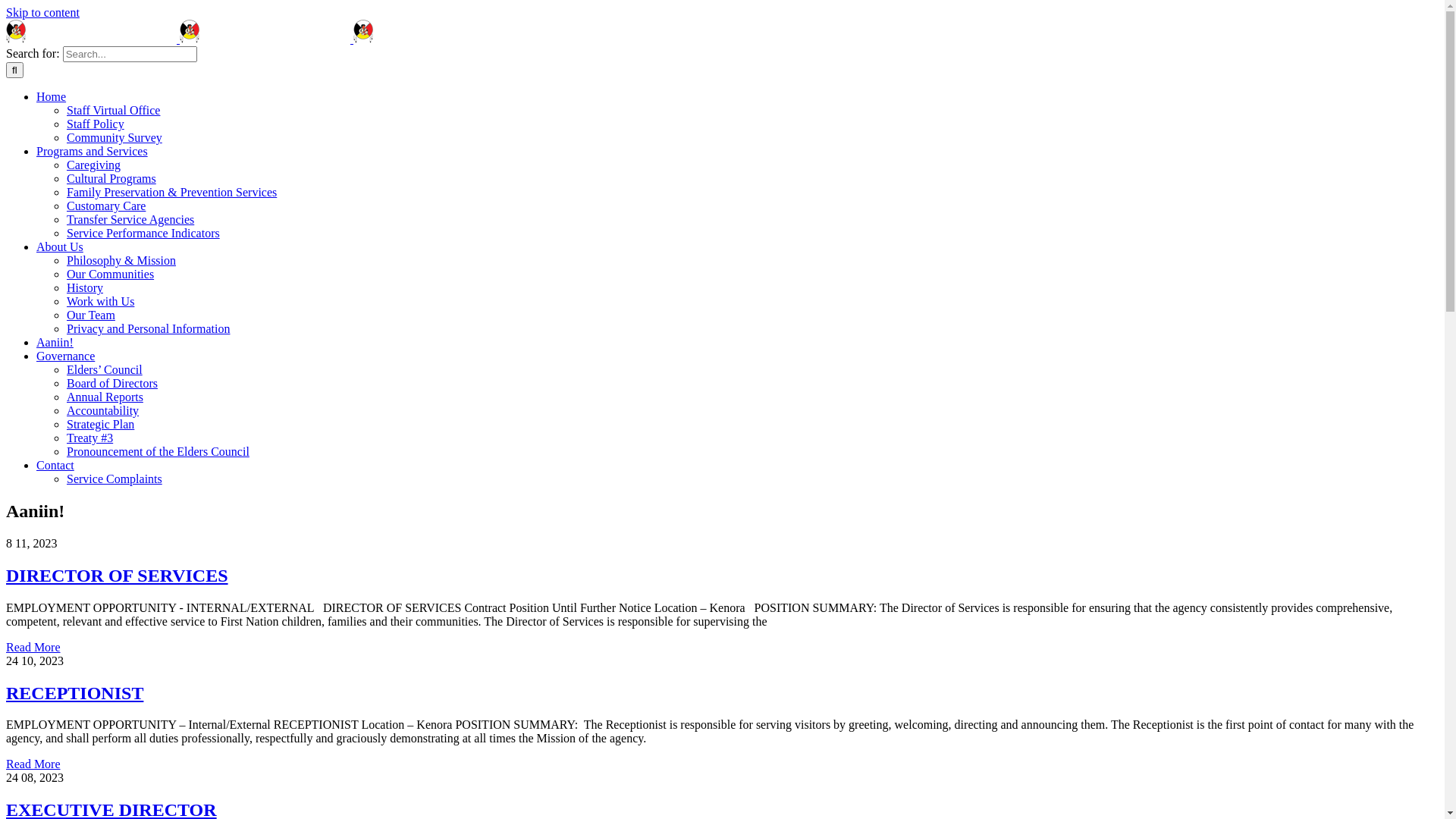  What do you see at coordinates (51, 96) in the screenshot?
I see `'Home'` at bounding box center [51, 96].